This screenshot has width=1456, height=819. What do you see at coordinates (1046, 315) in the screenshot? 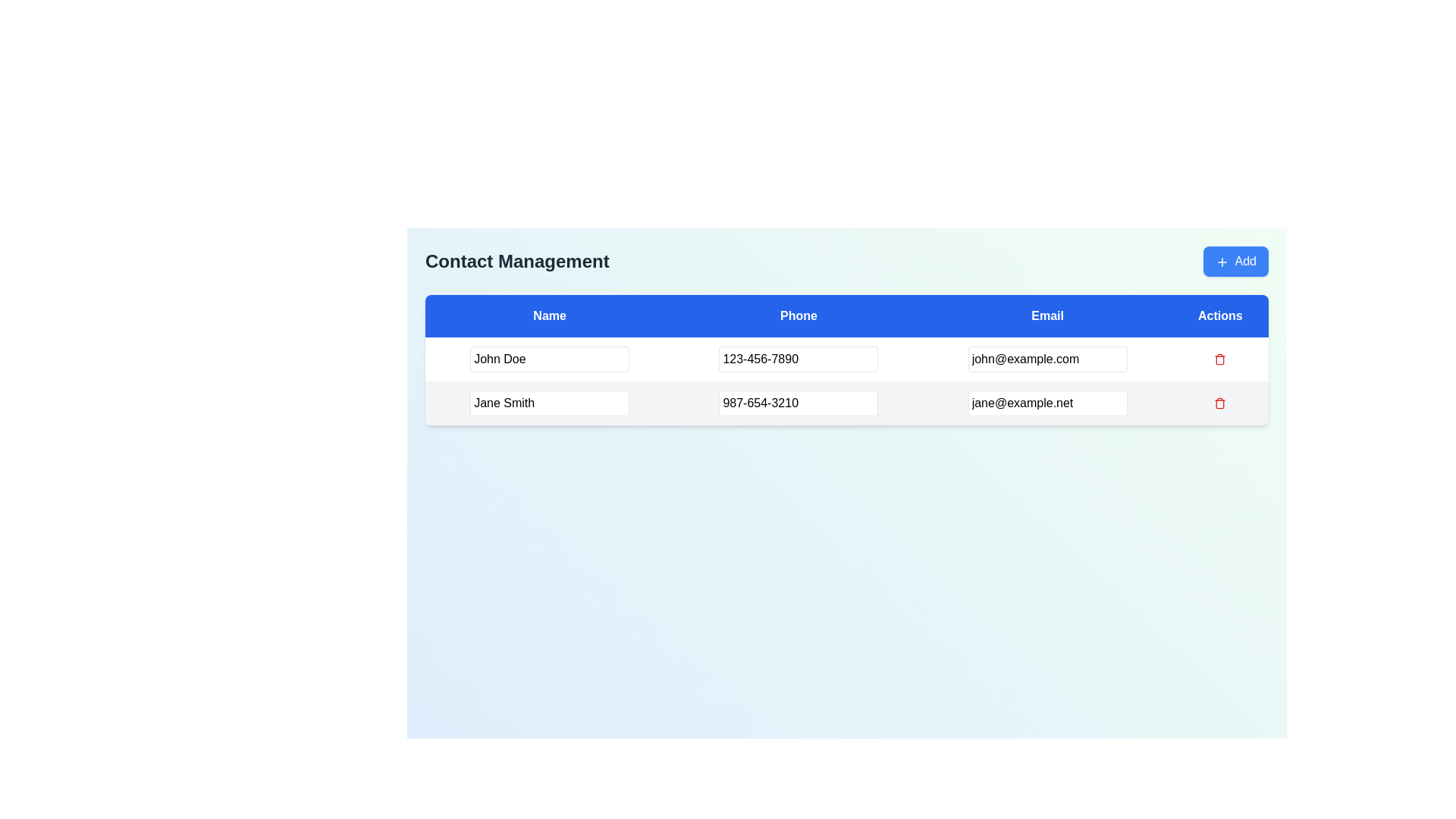
I see `the email addresses column header in the table, which is the third header in a row, located between the 'Phone' and 'Actions' headers` at bounding box center [1046, 315].